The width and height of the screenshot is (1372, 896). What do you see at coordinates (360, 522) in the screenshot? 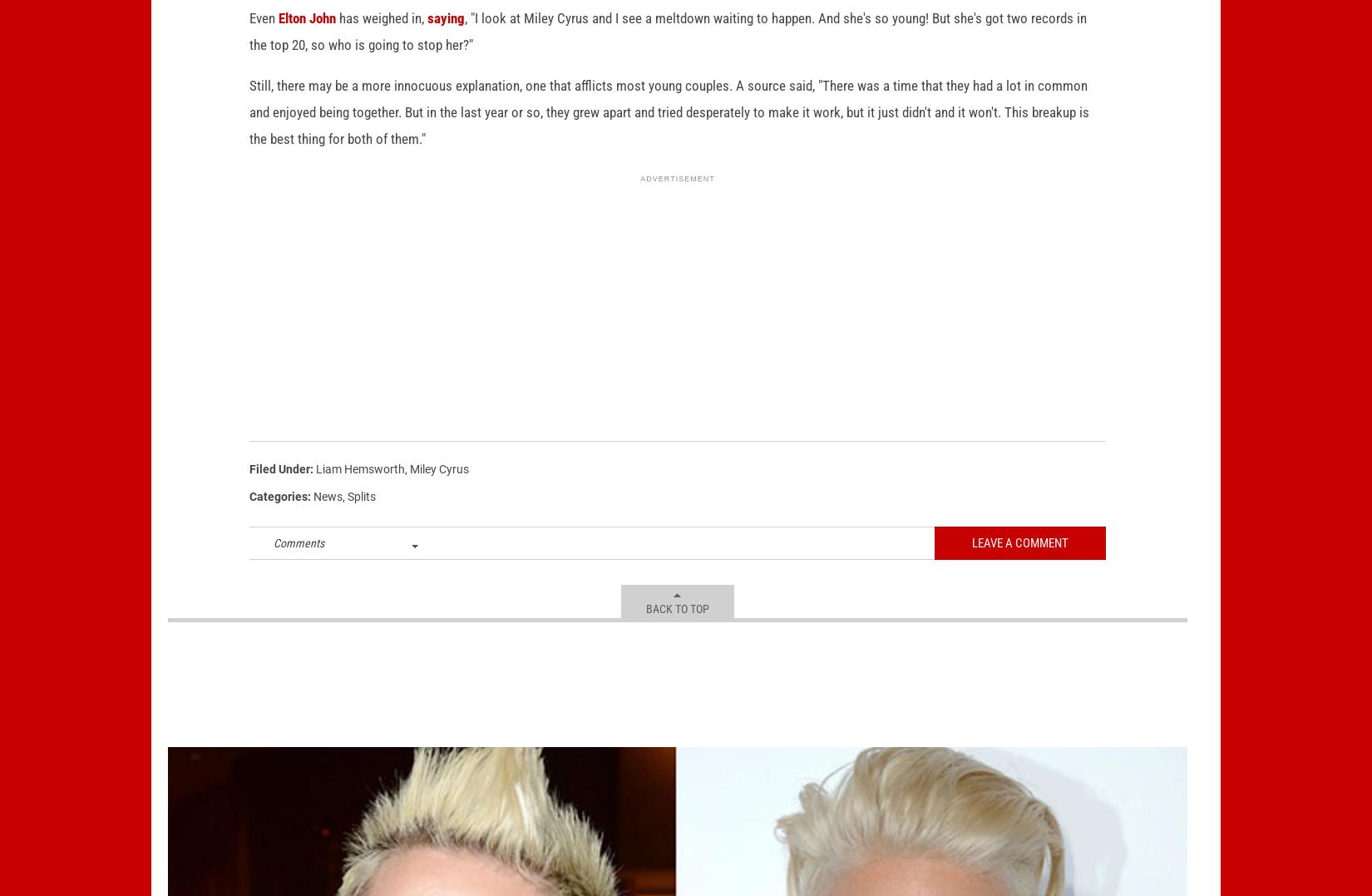
I see `'Splits'` at bounding box center [360, 522].